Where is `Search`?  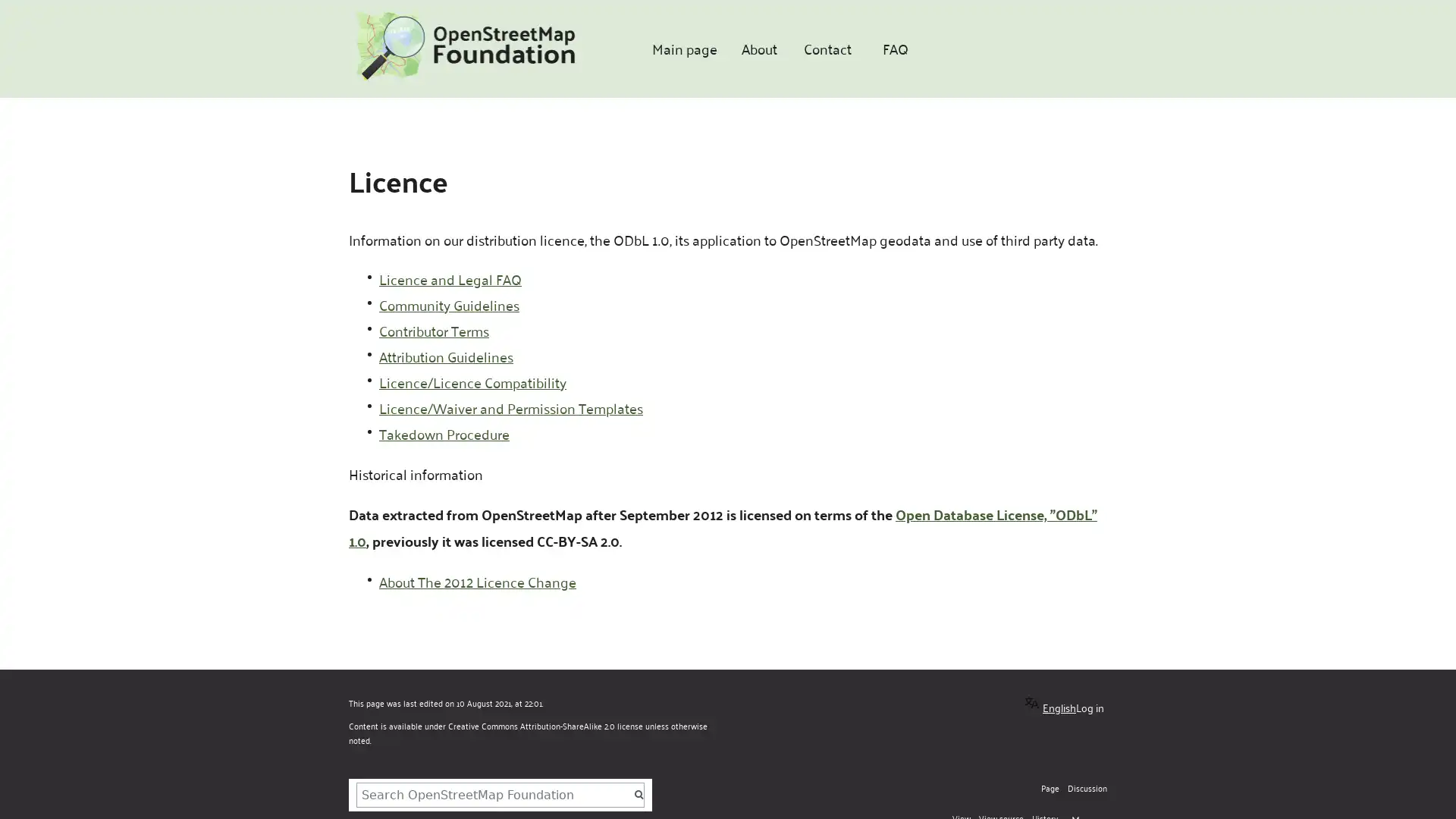 Search is located at coordinates (640, 794).